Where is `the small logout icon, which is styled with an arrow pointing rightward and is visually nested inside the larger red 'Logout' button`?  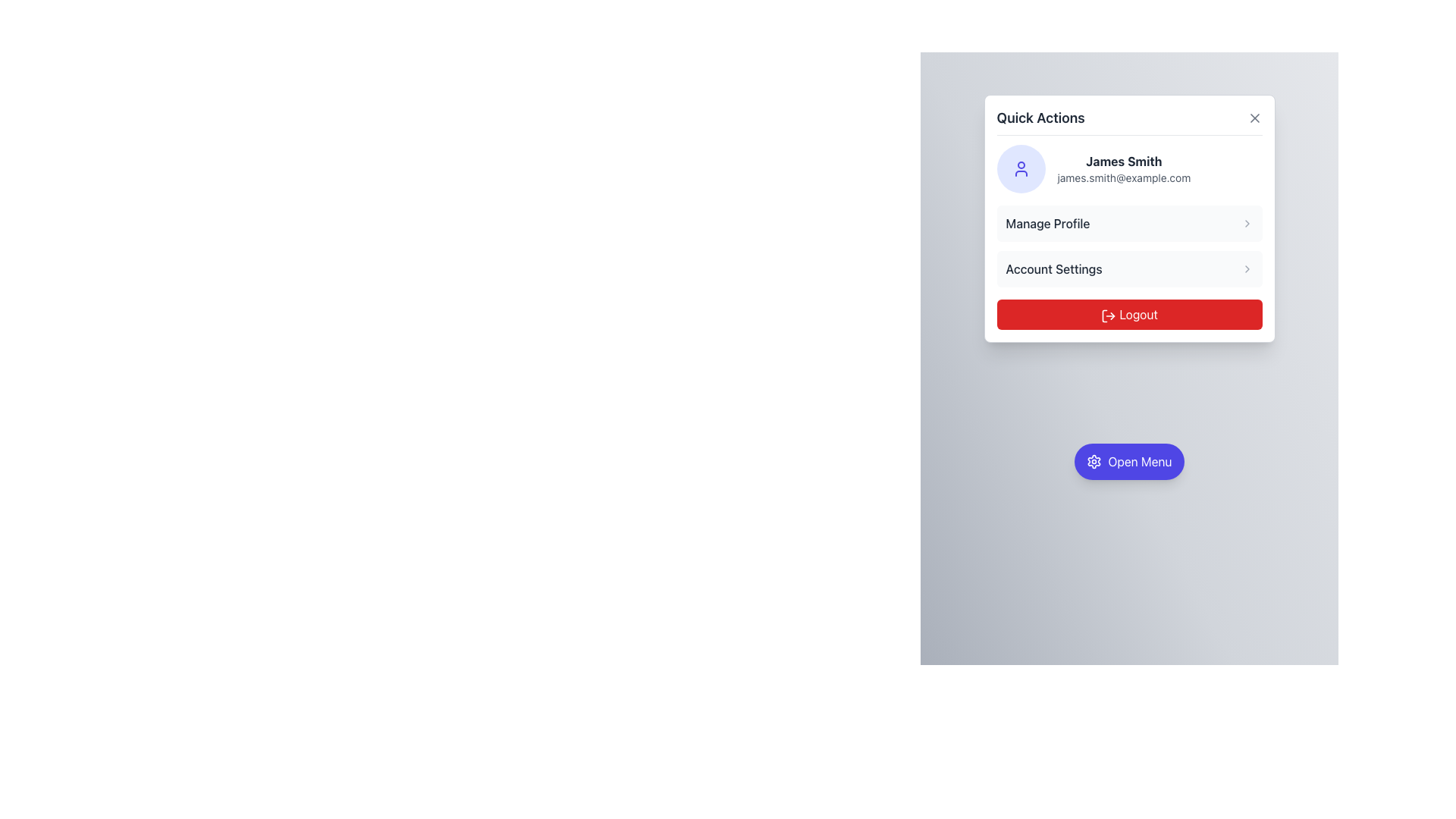 the small logout icon, which is styled with an arrow pointing rightward and is visually nested inside the larger red 'Logout' button is located at coordinates (1109, 315).